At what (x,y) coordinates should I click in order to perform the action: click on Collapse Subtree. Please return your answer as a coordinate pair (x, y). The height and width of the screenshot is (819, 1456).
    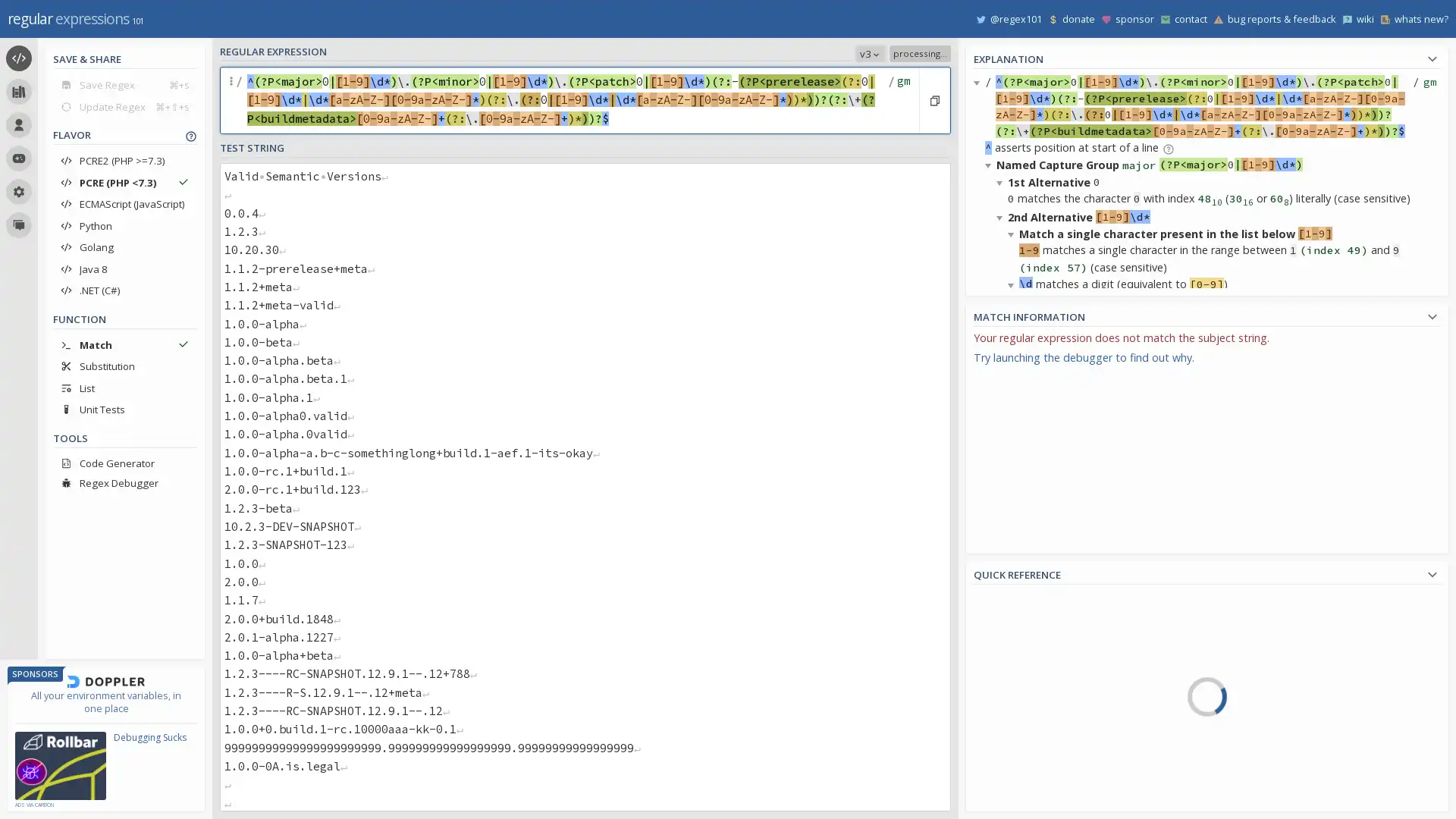
    Looking at the image, I should click on (1013, 284).